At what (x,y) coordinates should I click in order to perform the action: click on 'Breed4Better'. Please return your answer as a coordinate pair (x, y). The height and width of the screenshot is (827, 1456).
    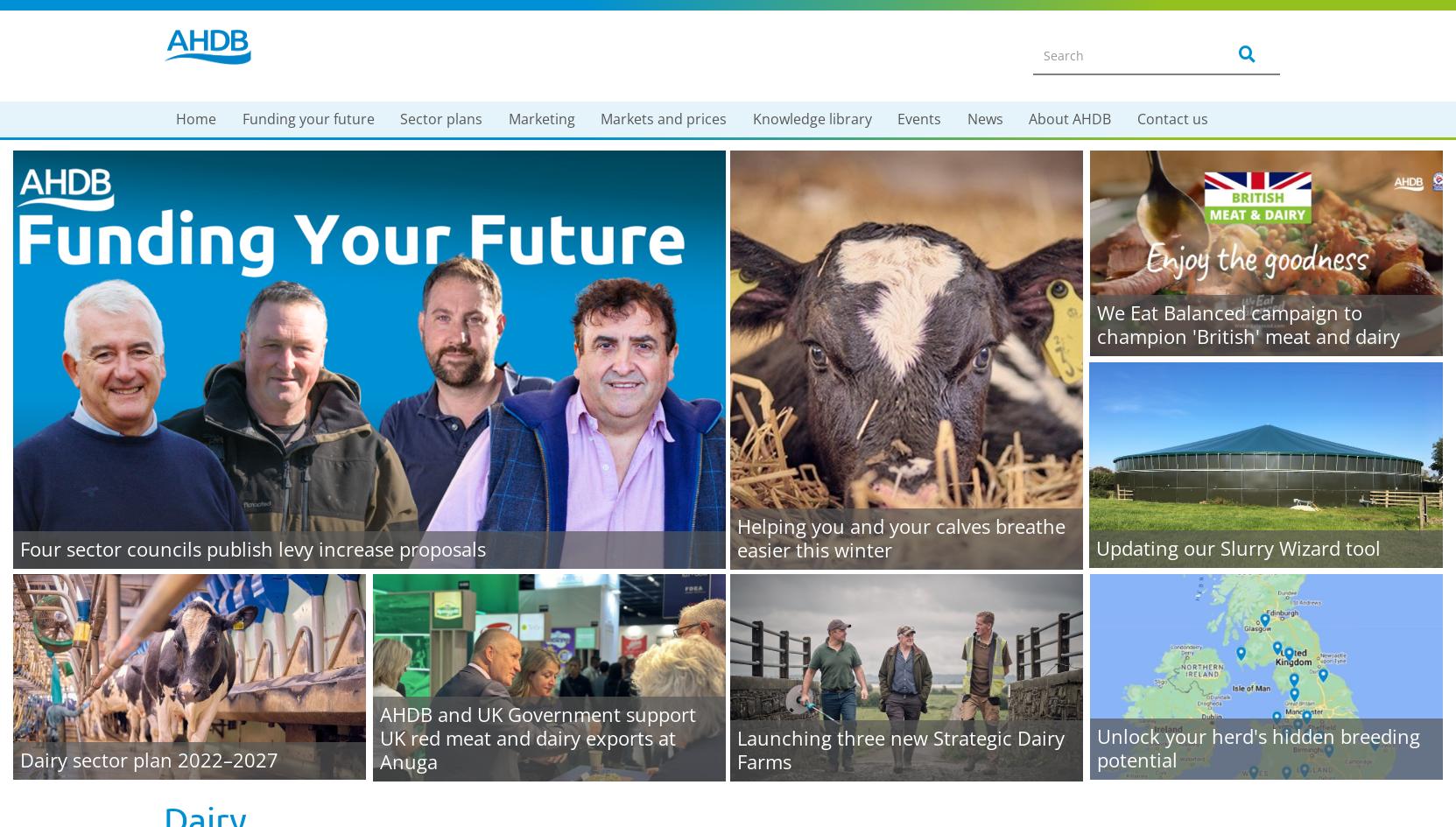
    Looking at the image, I should click on (236, 791).